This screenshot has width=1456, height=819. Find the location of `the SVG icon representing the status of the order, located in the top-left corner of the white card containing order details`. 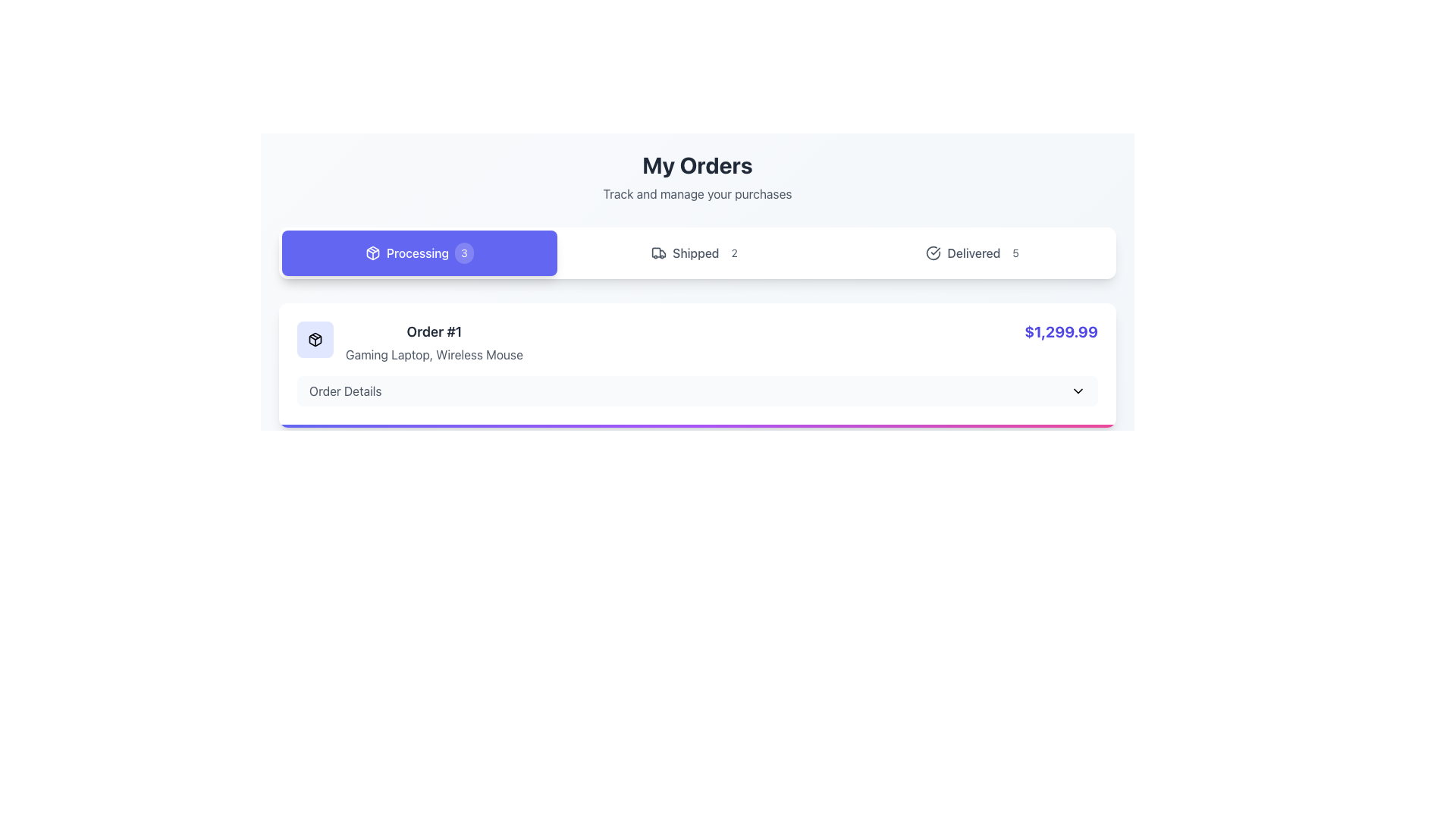

the SVG icon representing the status of the order, located in the top-left corner of the white card containing order details is located at coordinates (315, 338).